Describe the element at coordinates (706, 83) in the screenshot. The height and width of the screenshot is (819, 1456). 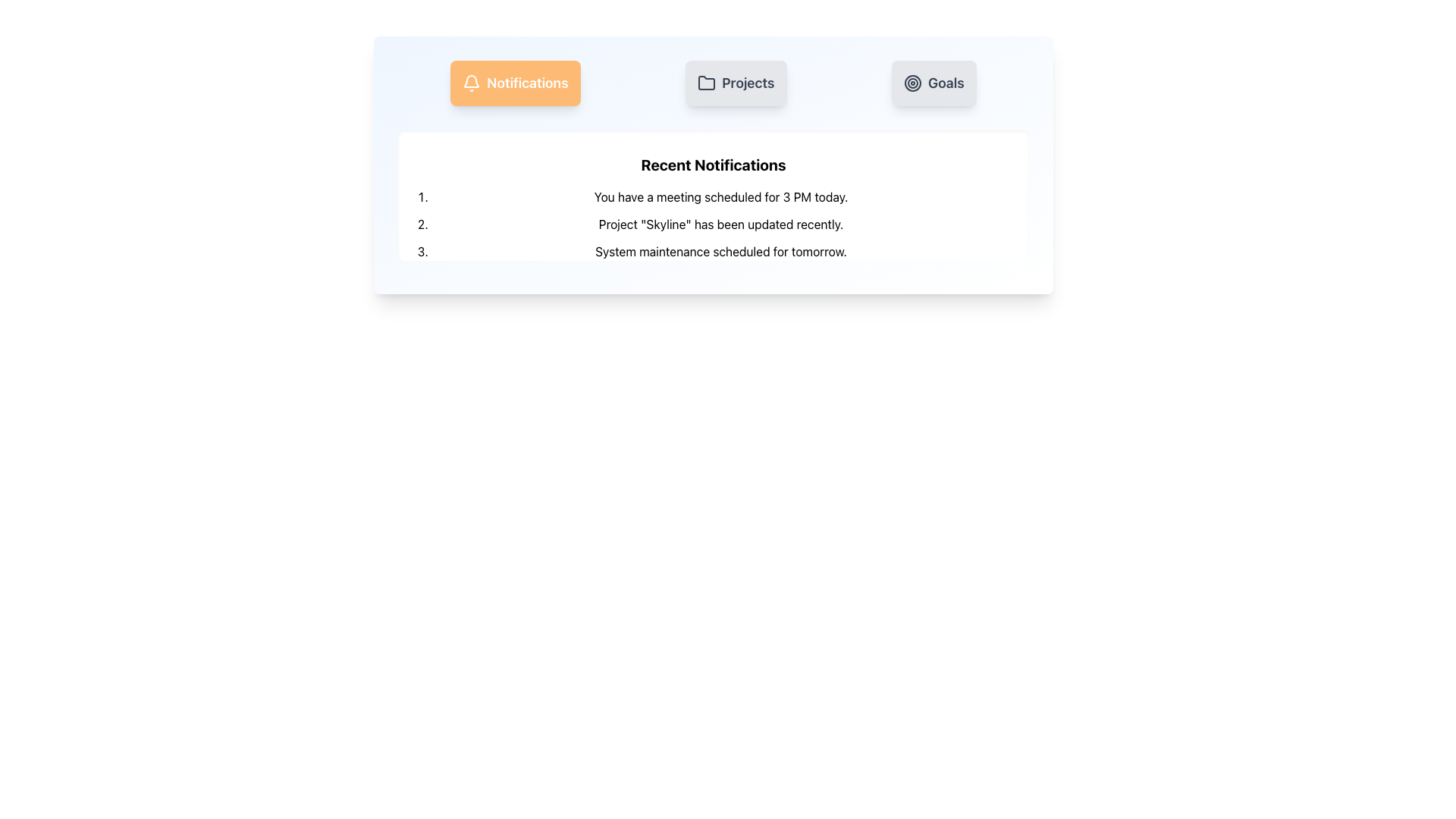
I see `the folder icon with a black stroke, located in the second segment labeled 'Projects', positioned between 'Notifications' and 'Goals' for informational purposes` at that location.